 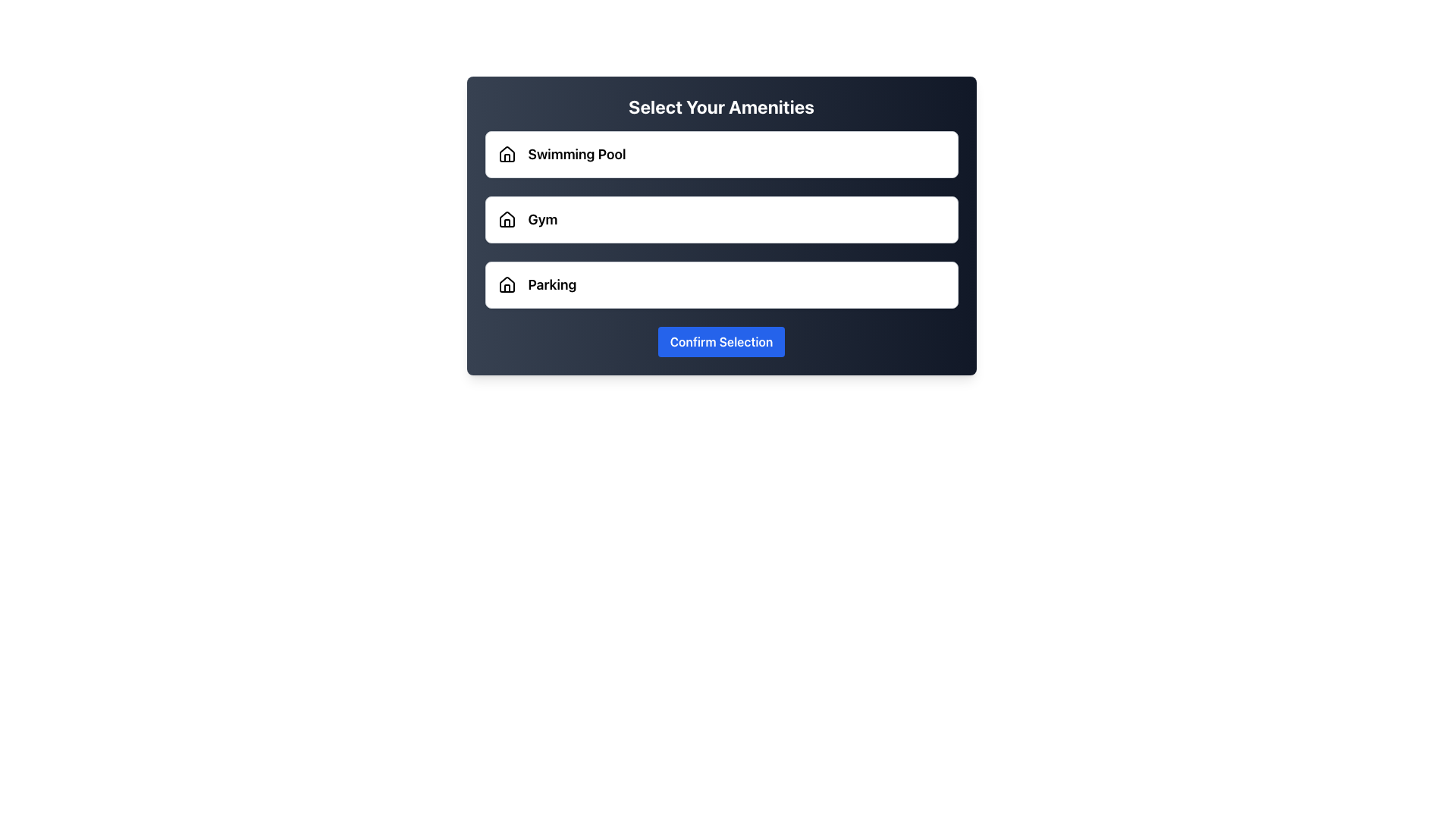 I want to click on the house icon with a black outline and empty fill, located at the top left of the 'Swimming Pool' option, so click(x=507, y=155).